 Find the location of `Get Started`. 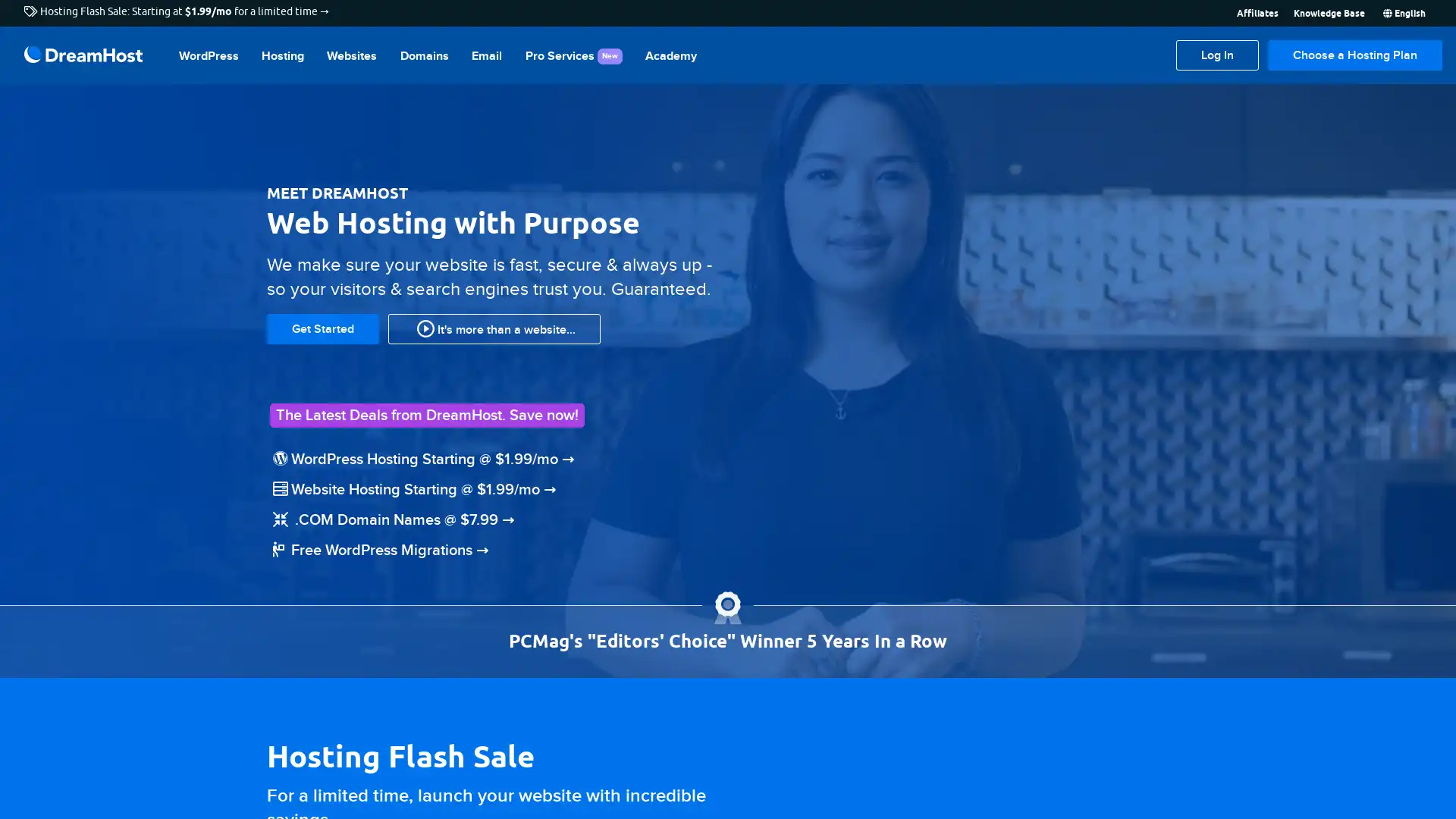

Get Started is located at coordinates (322, 327).